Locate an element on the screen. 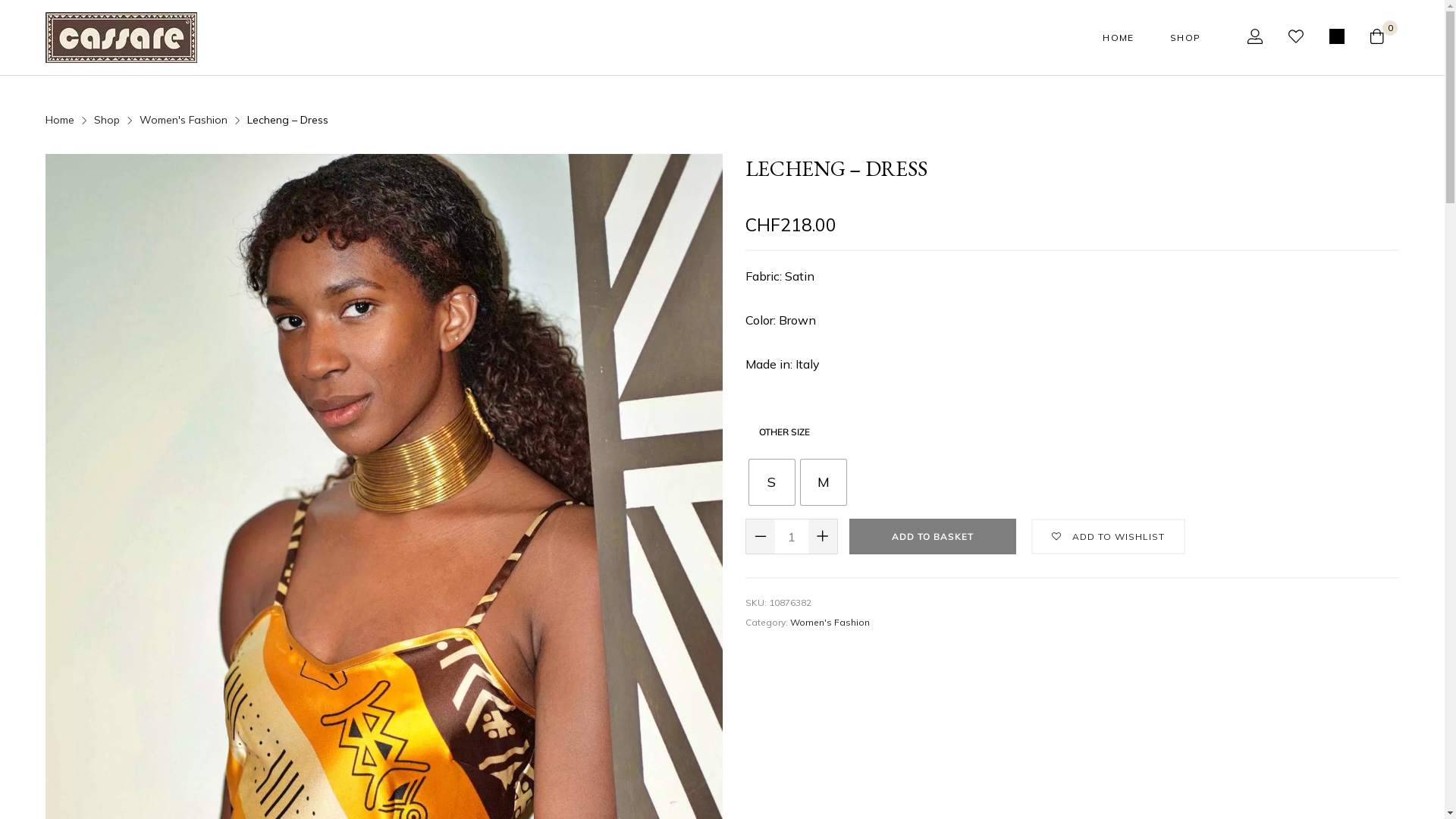 This screenshot has width=1456, height=819. 'Shop' is located at coordinates (105, 119).